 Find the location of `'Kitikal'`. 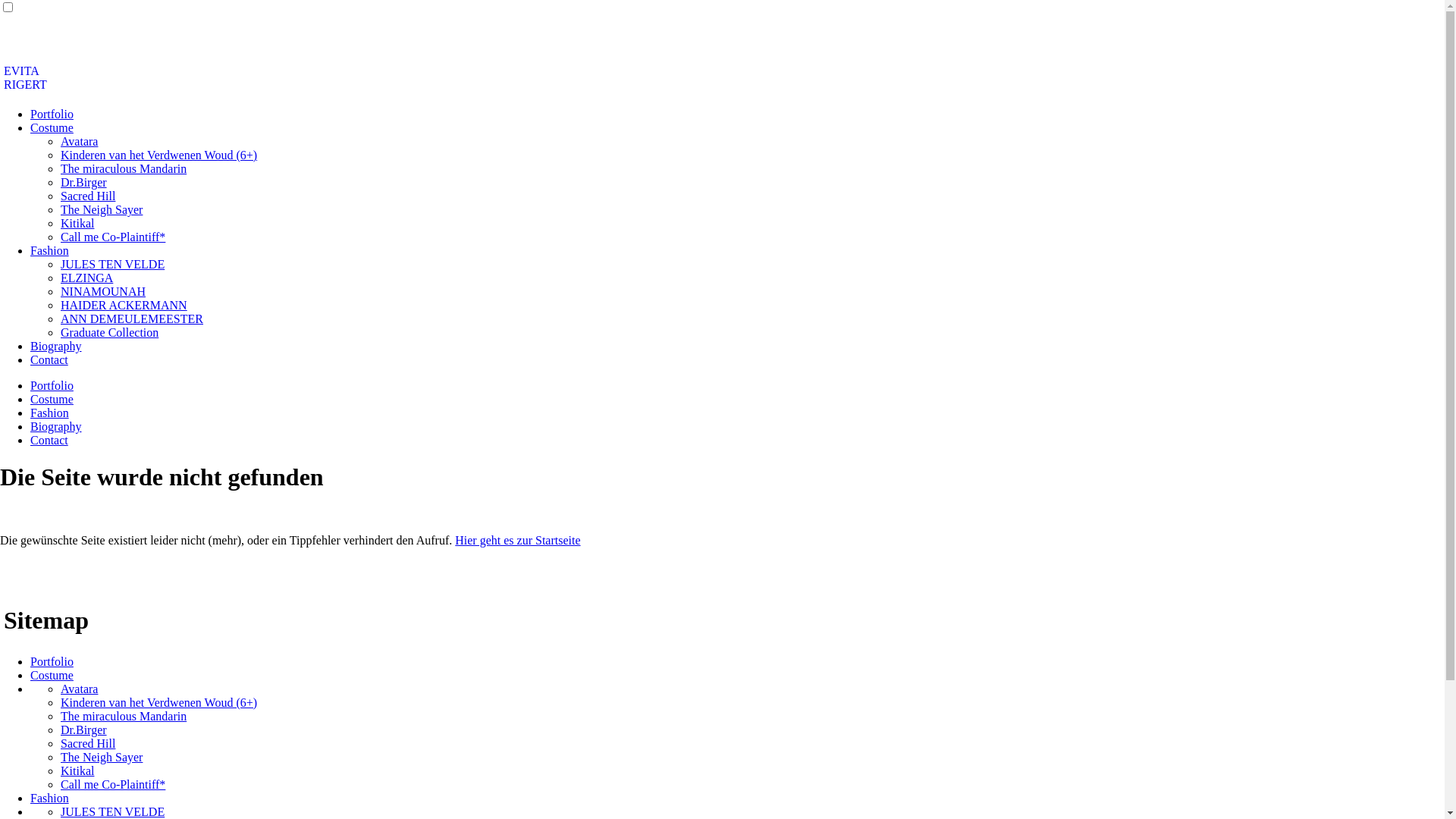

'Kitikal' is located at coordinates (76, 770).